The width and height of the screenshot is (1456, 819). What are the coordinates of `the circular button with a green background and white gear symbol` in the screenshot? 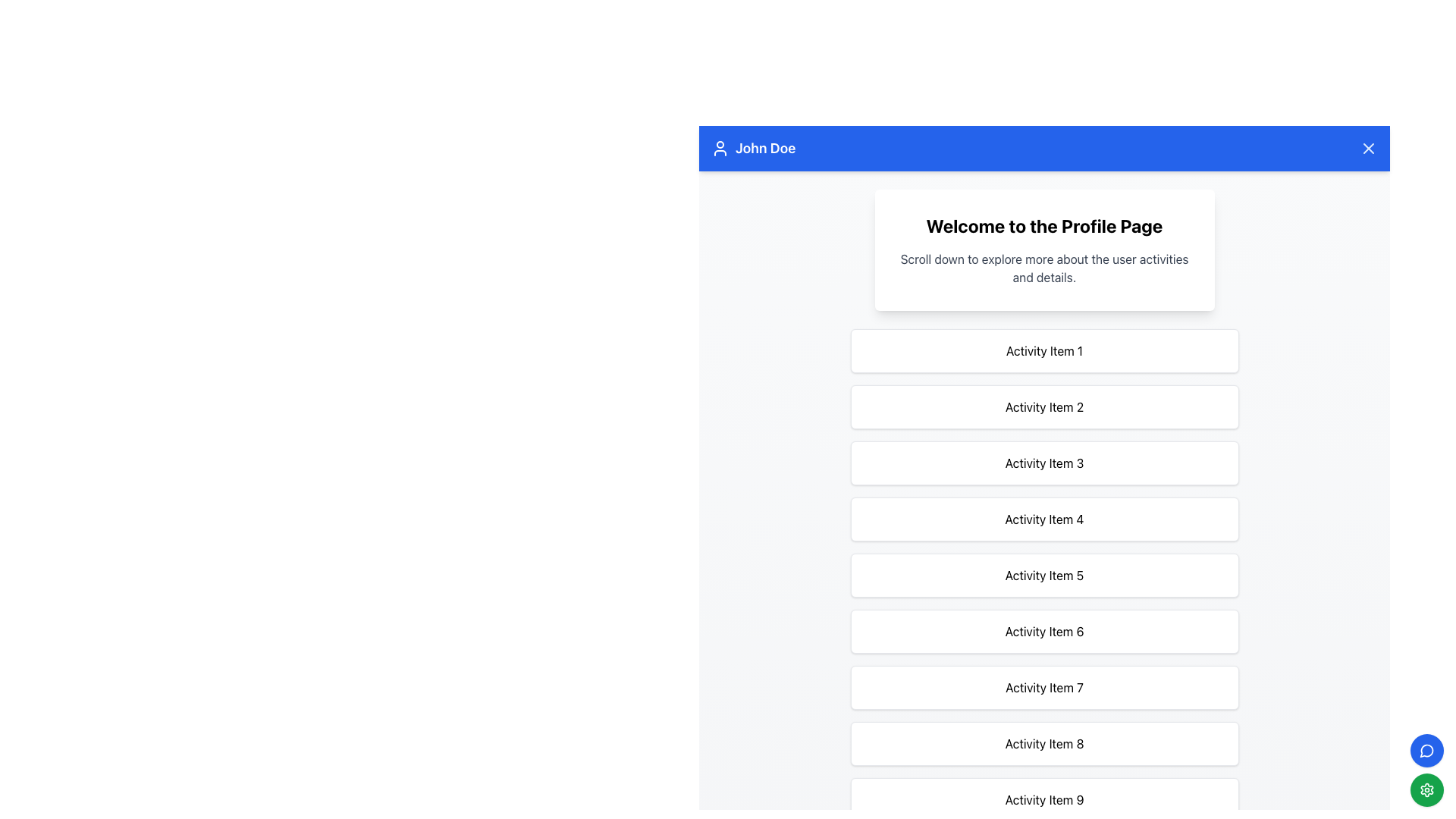 It's located at (1426, 770).